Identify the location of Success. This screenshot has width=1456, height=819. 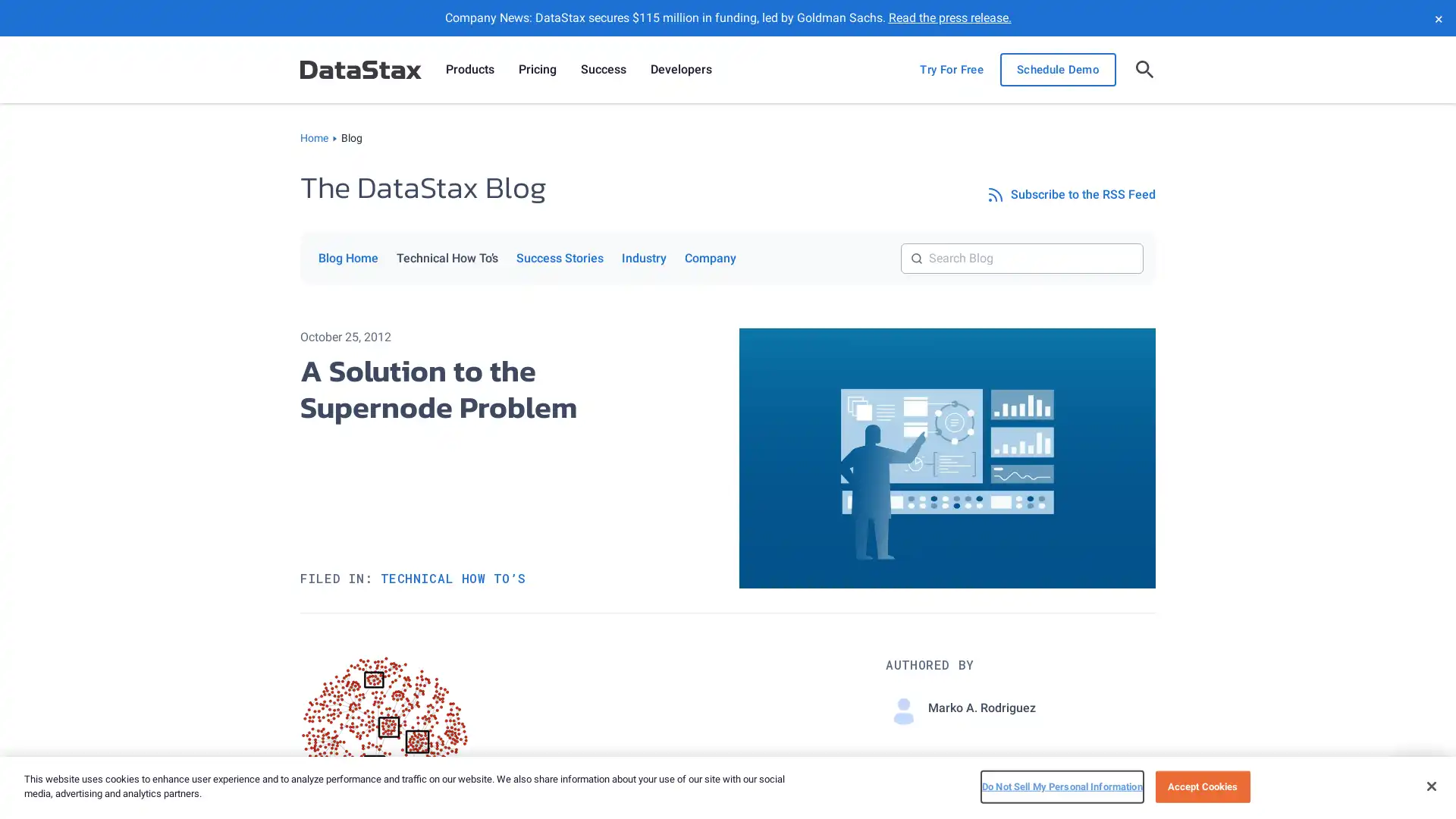
(603, 70).